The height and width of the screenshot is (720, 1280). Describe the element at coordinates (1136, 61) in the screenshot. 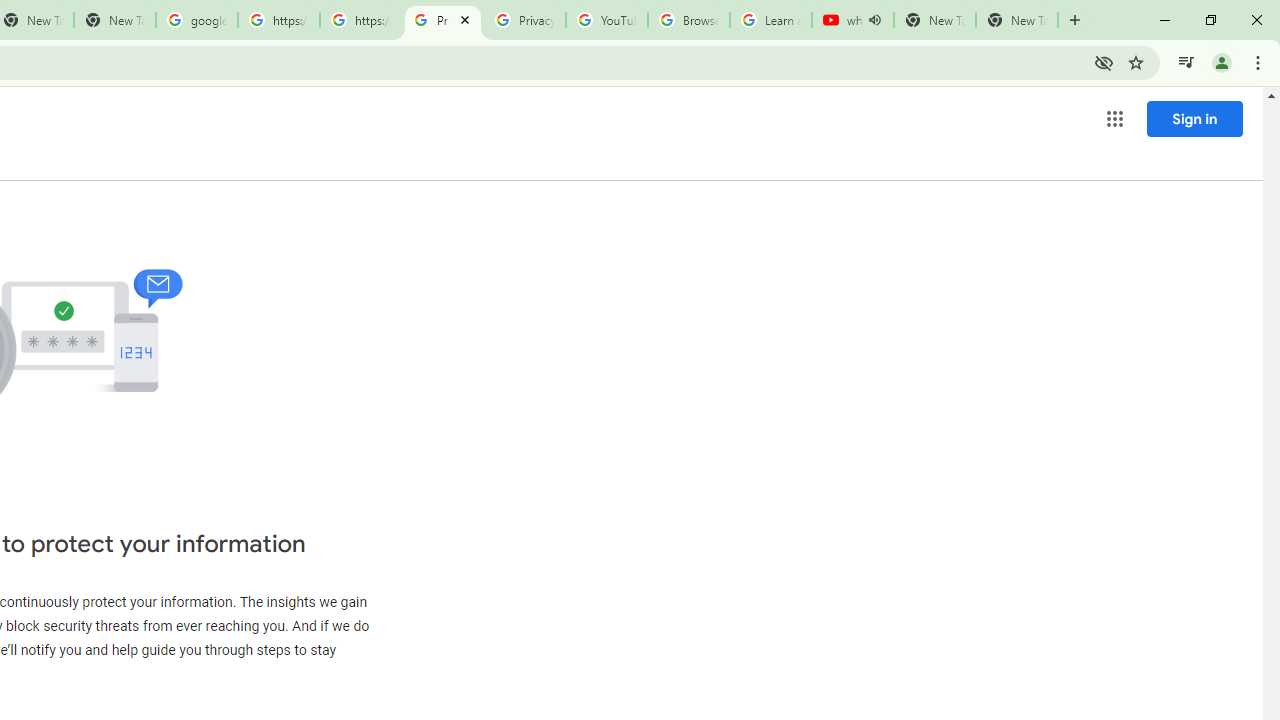

I see `'Bookmark this tab'` at that location.